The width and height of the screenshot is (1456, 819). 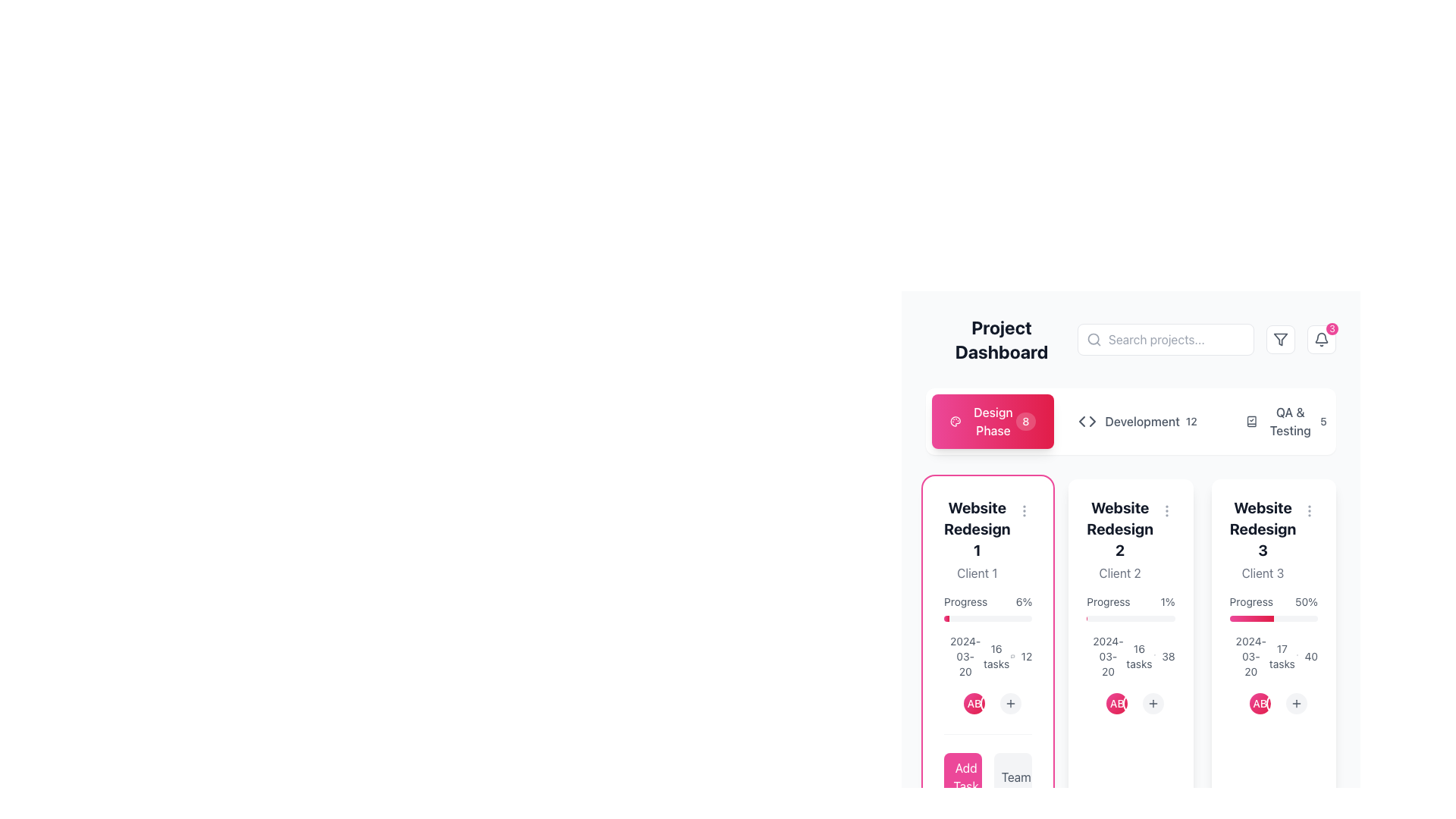 I want to click on contents of the badge displaying '12' located to the right of the 'Development' text in the horizontal menu bar, so click(x=1191, y=421).